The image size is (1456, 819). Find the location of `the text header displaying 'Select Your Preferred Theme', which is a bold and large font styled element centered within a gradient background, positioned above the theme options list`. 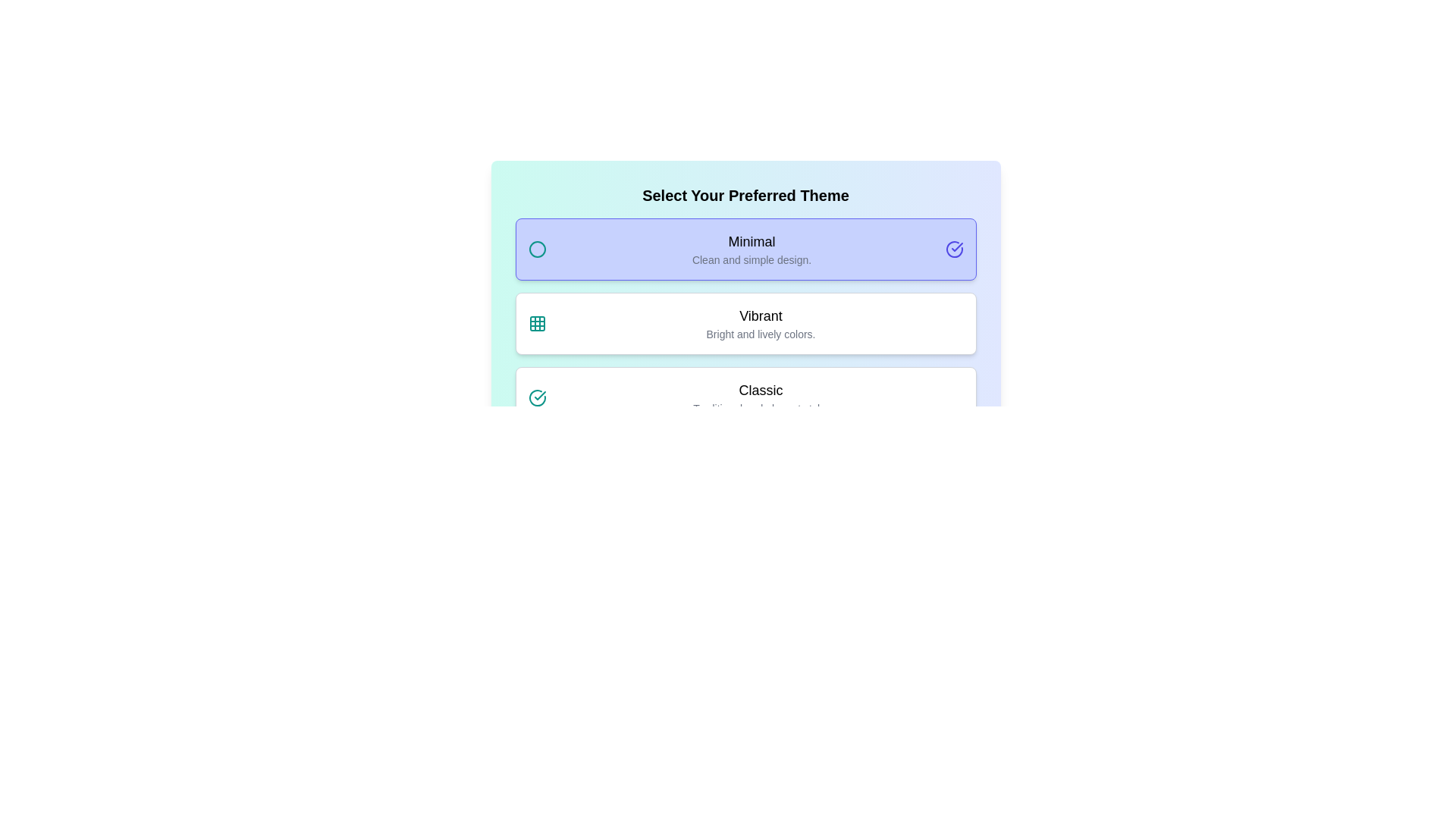

the text header displaying 'Select Your Preferred Theme', which is a bold and large font styled element centered within a gradient background, positioned above the theme options list is located at coordinates (745, 195).